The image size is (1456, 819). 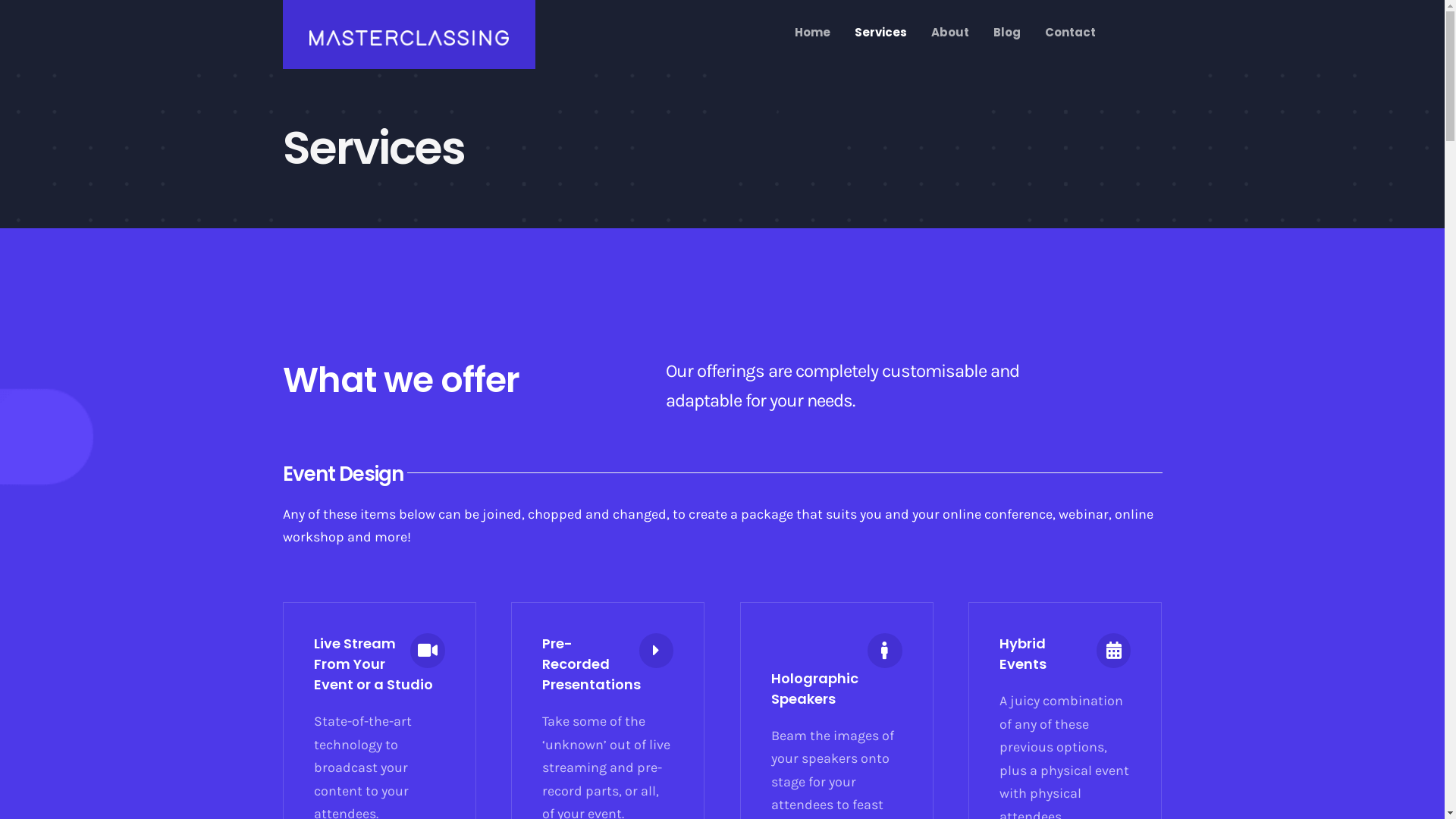 What do you see at coordinates (949, 32) in the screenshot?
I see `'About'` at bounding box center [949, 32].